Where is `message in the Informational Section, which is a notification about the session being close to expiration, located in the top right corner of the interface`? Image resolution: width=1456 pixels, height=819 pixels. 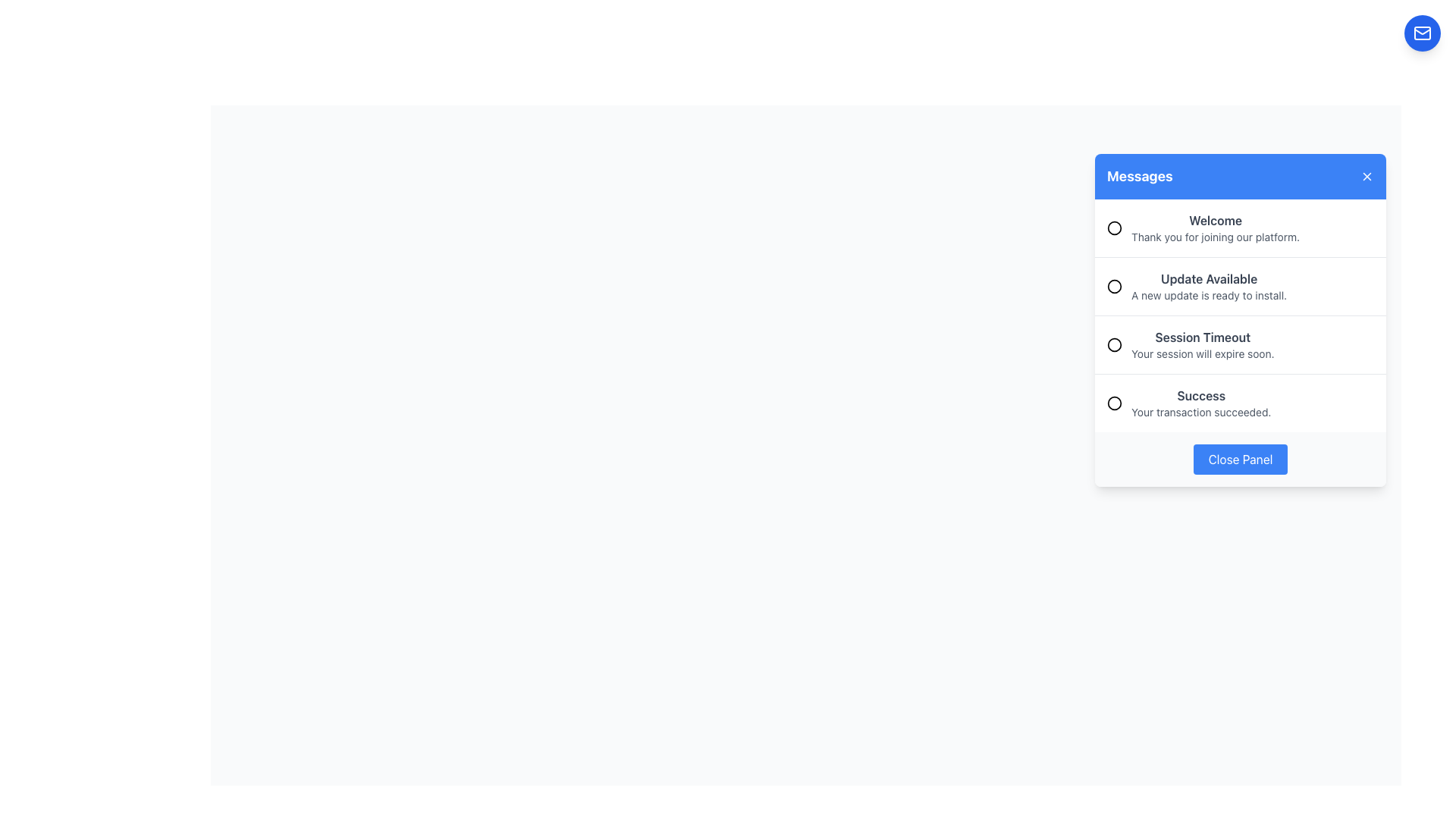 message in the Informational Section, which is a notification about the session being close to expiration, located in the top right corner of the interface is located at coordinates (1241, 318).